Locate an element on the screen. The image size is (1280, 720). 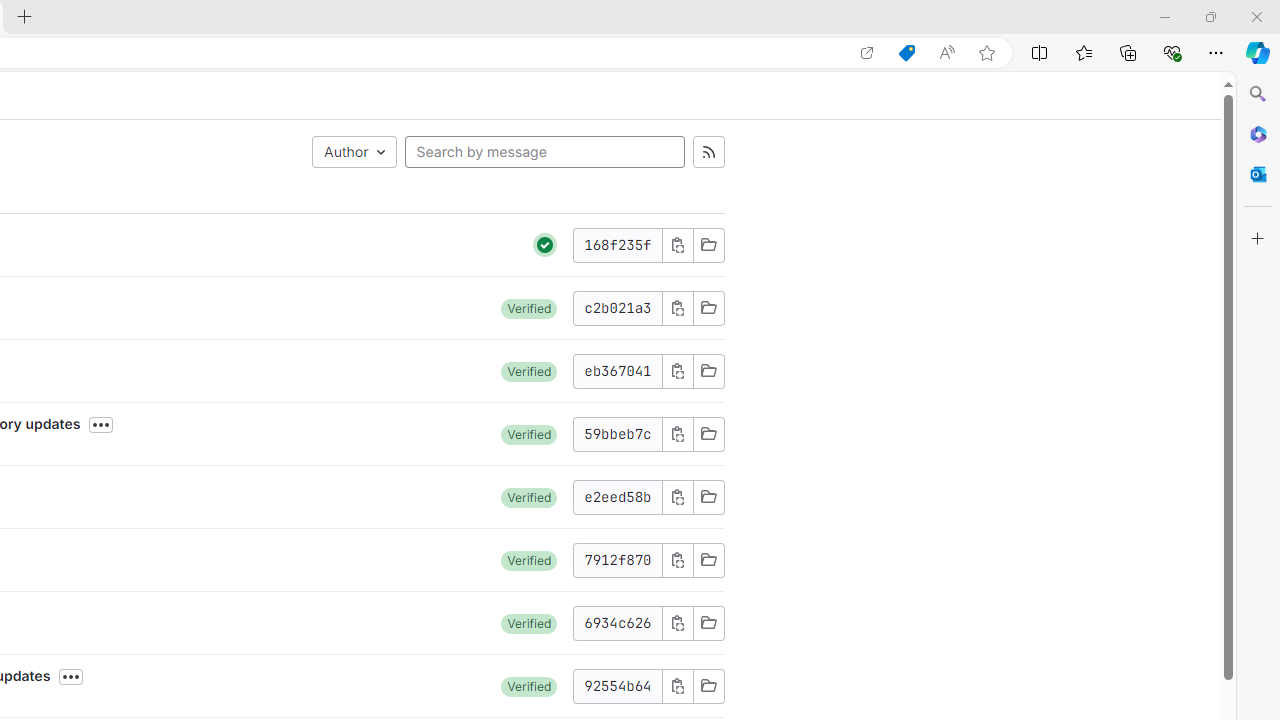
'Class: s16 gl-icon gl-button-icon ' is located at coordinates (677, 685).